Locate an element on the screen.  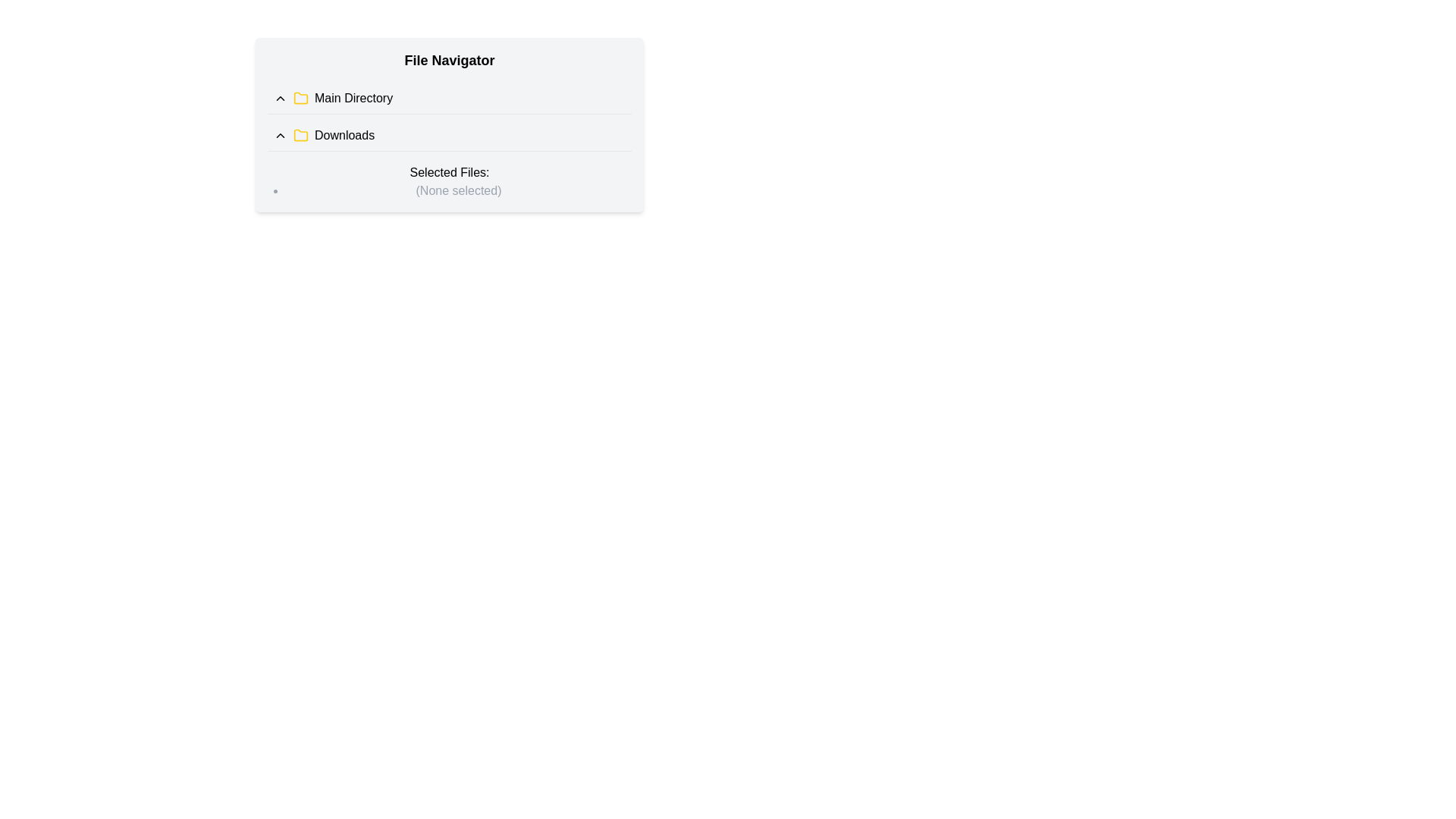
the static text label indicating 'No files selected' in the file navigator sidebar, which is positioned under the 'Selected Files:' heading is located at coordinates (457, 190).